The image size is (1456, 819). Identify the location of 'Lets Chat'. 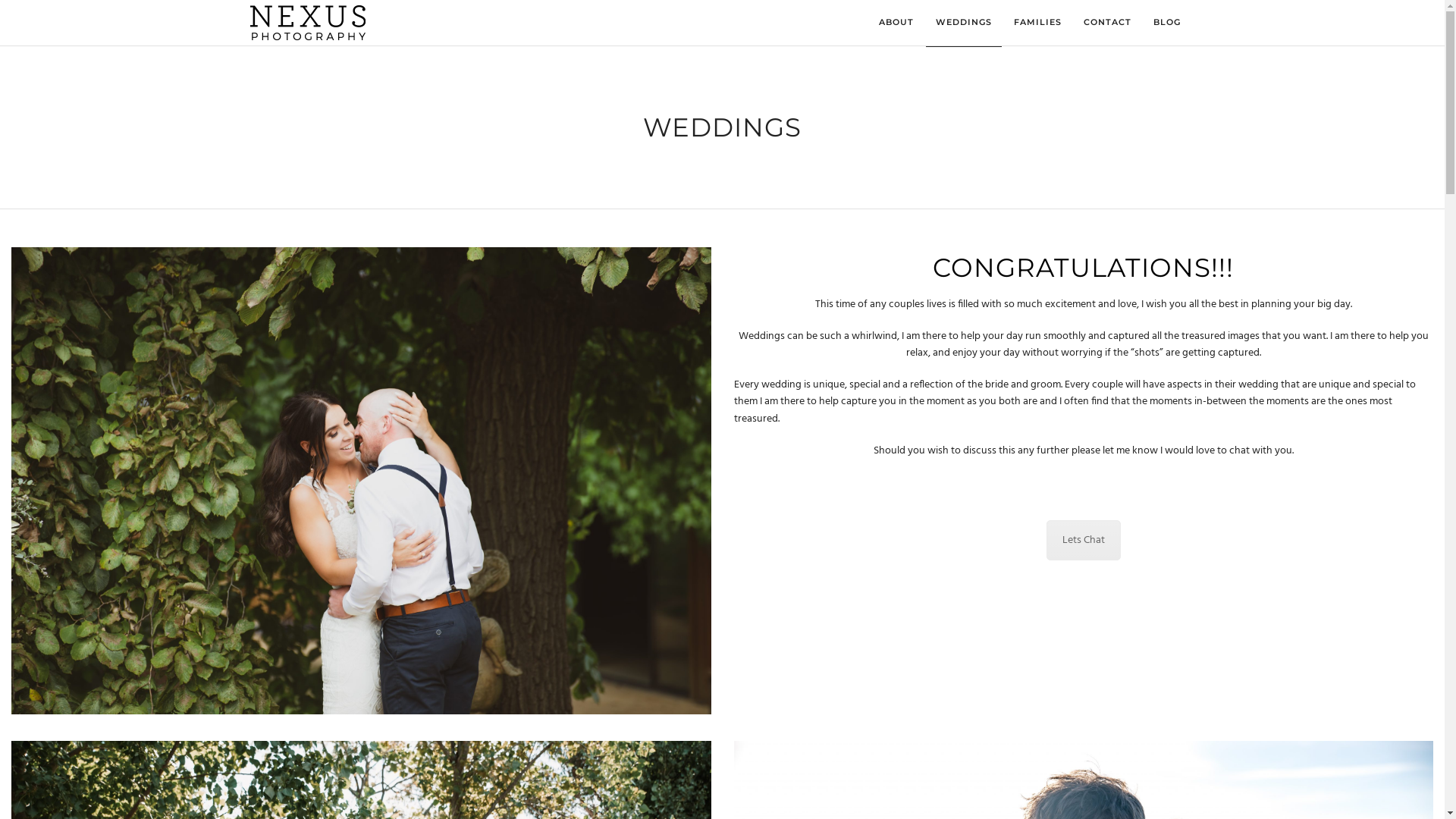
(1083, 539).